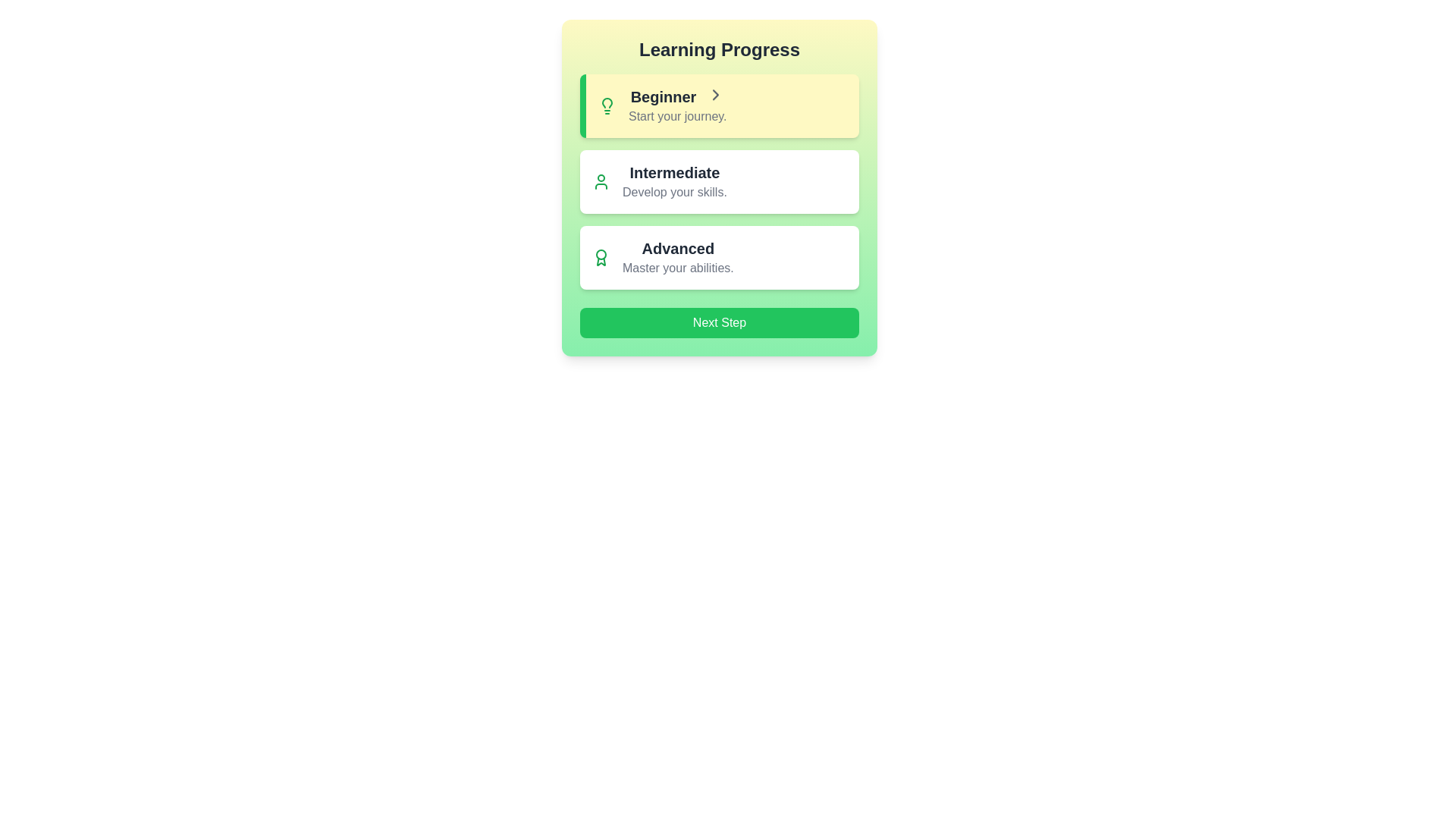  Describe the element at coordinates (714, 96) in the screenshot. I see `the directional icon located in the first row under the 'Learning Progress' section, adjacent to the 'Beginner' label and the description 'Start your journey.'` at that location.